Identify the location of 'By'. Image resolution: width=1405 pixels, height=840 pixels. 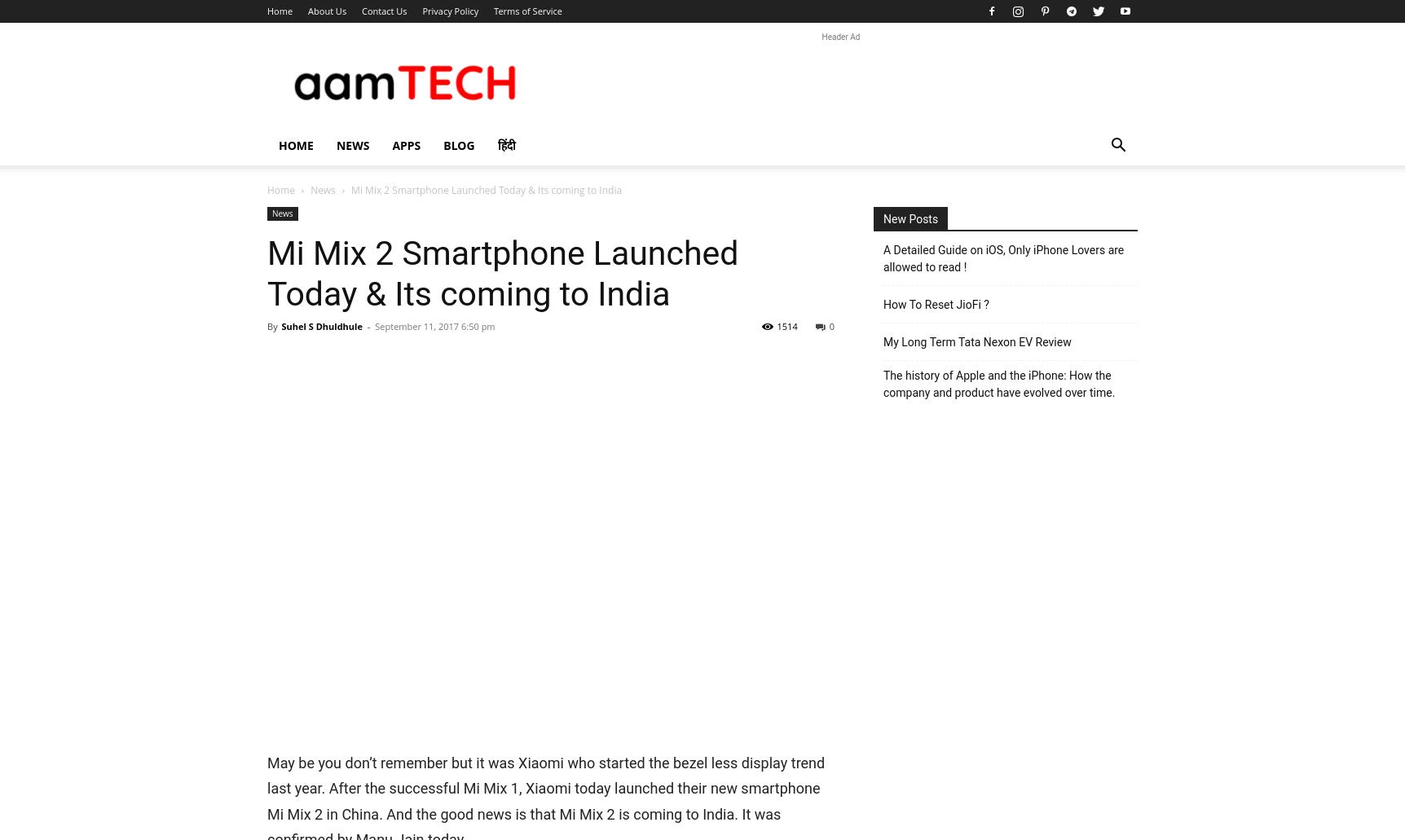
(271, 325).